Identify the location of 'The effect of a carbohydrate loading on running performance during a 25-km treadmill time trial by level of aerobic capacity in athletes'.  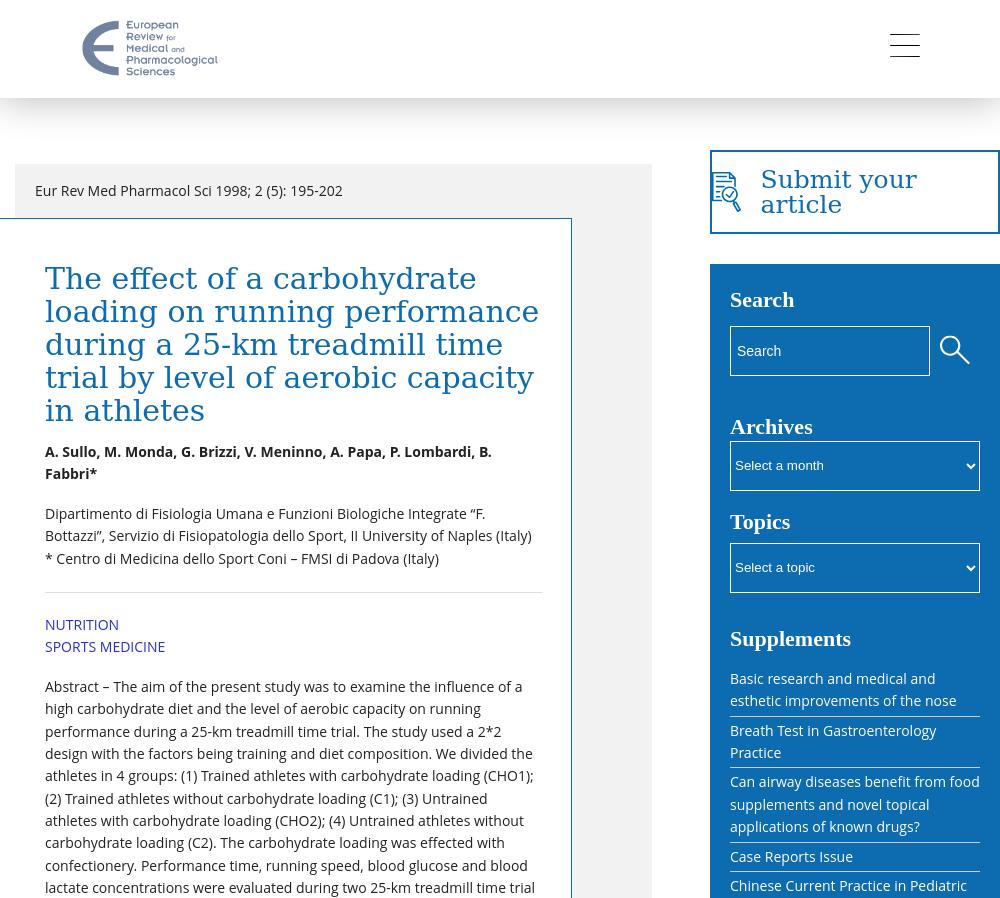
(292, 344).